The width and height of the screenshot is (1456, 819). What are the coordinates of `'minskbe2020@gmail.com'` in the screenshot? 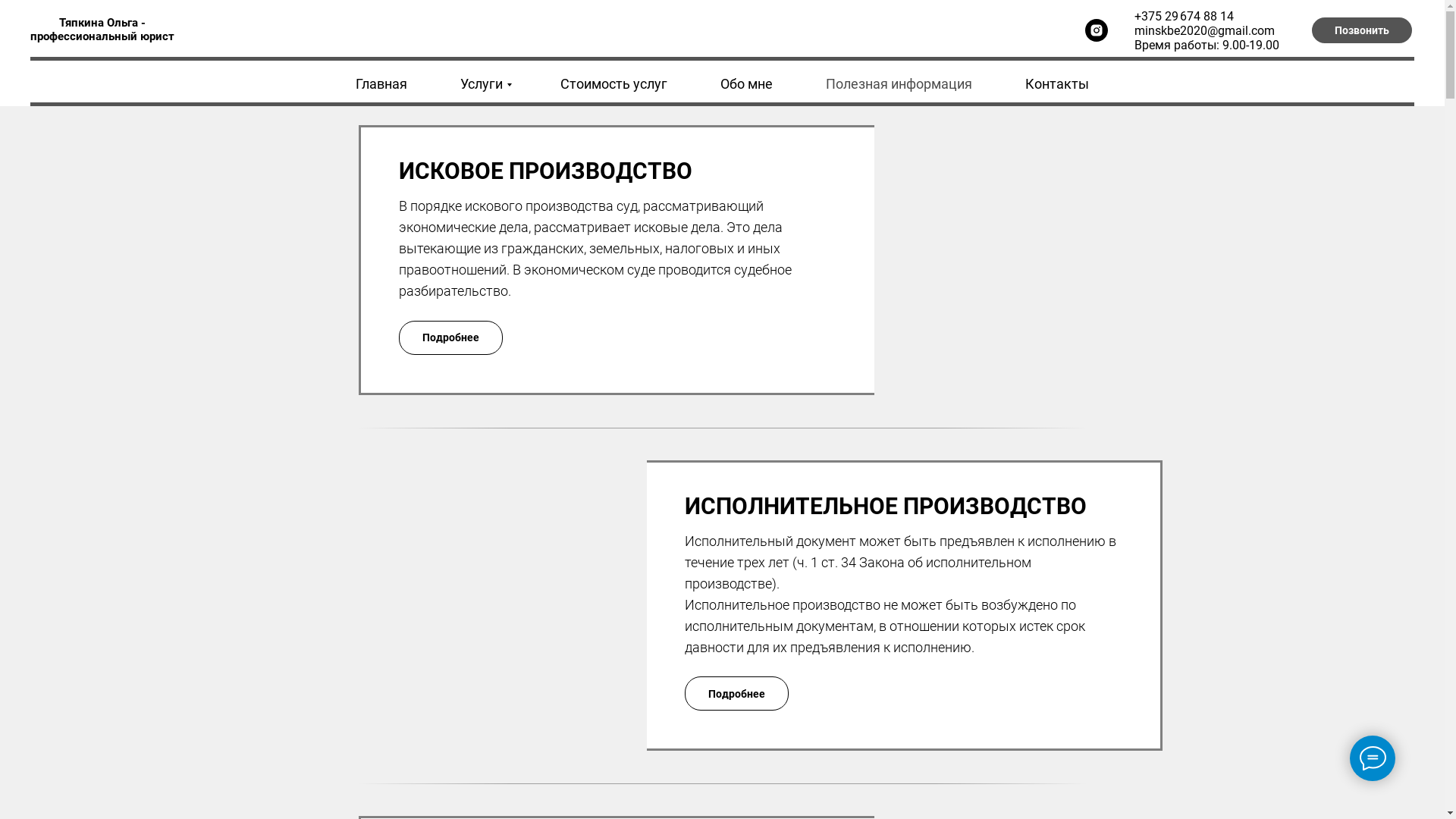 It's located at (1203, 30).